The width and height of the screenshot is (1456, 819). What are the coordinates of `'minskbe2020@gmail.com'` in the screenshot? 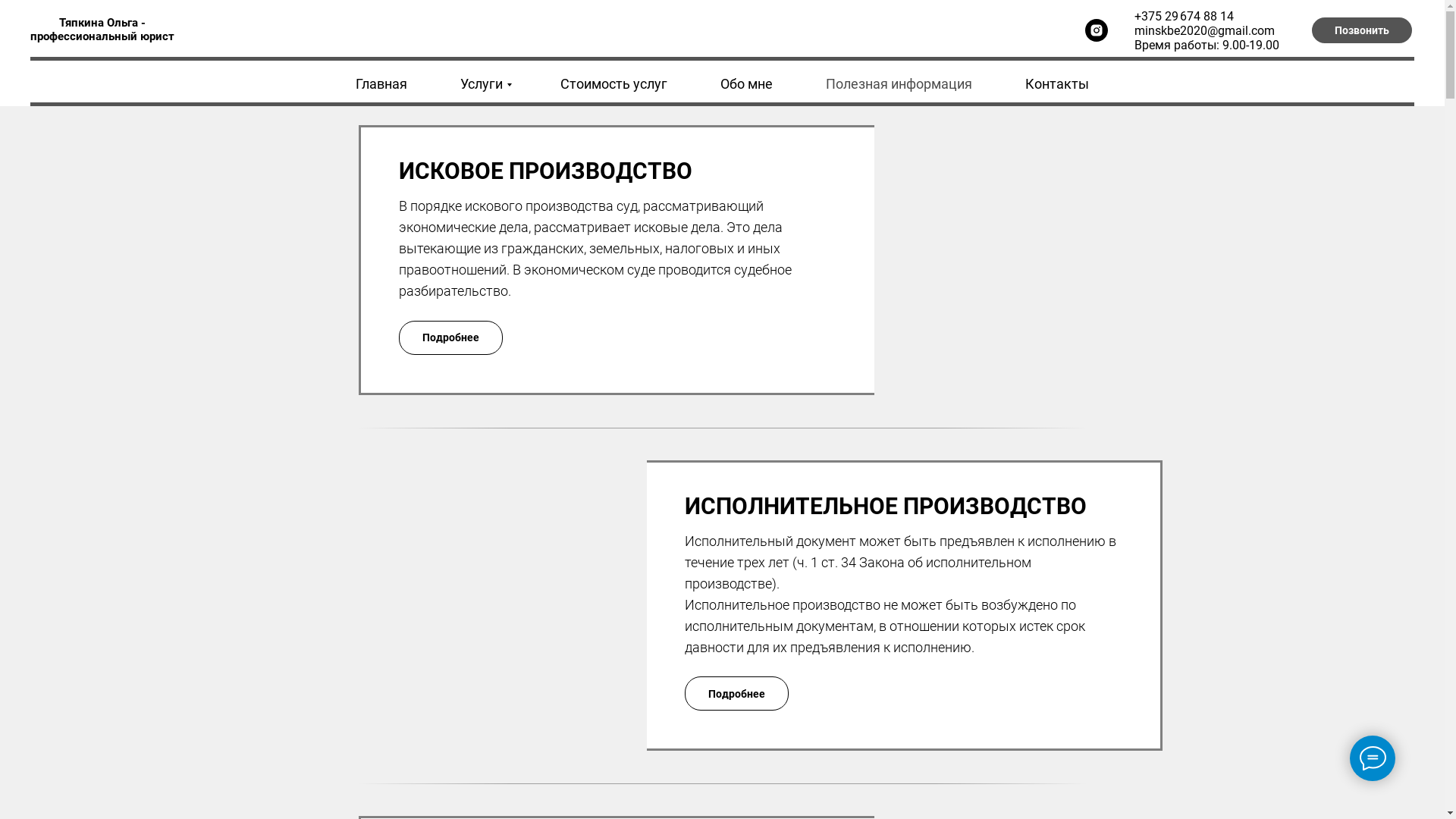 It's located at (1203, 30).